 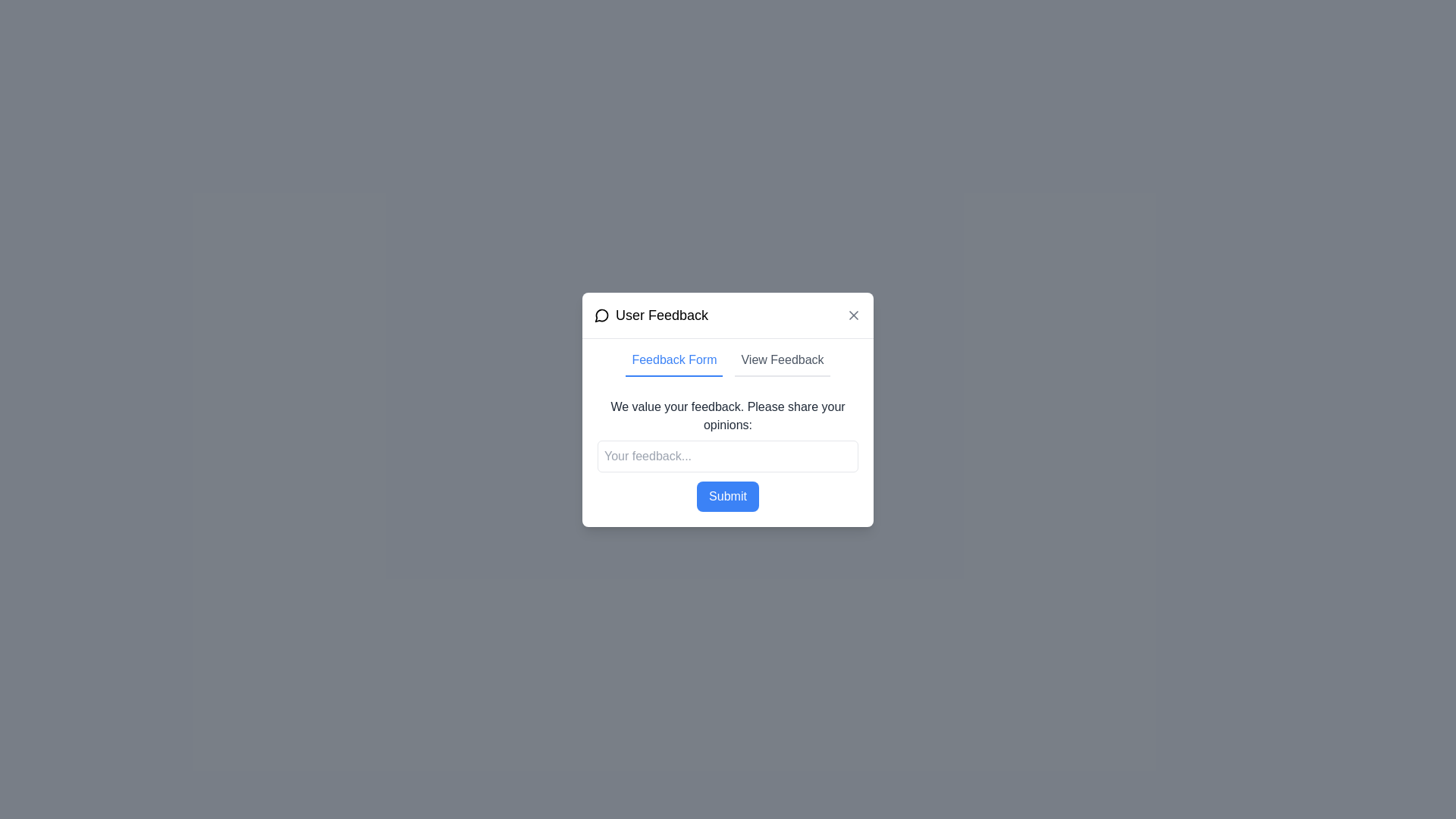 What do you see at coordinates (673, 359) in the screenshot?
I see `the first button or tab link within the 'User Feedback' modal` at bounding box center [673, 359].